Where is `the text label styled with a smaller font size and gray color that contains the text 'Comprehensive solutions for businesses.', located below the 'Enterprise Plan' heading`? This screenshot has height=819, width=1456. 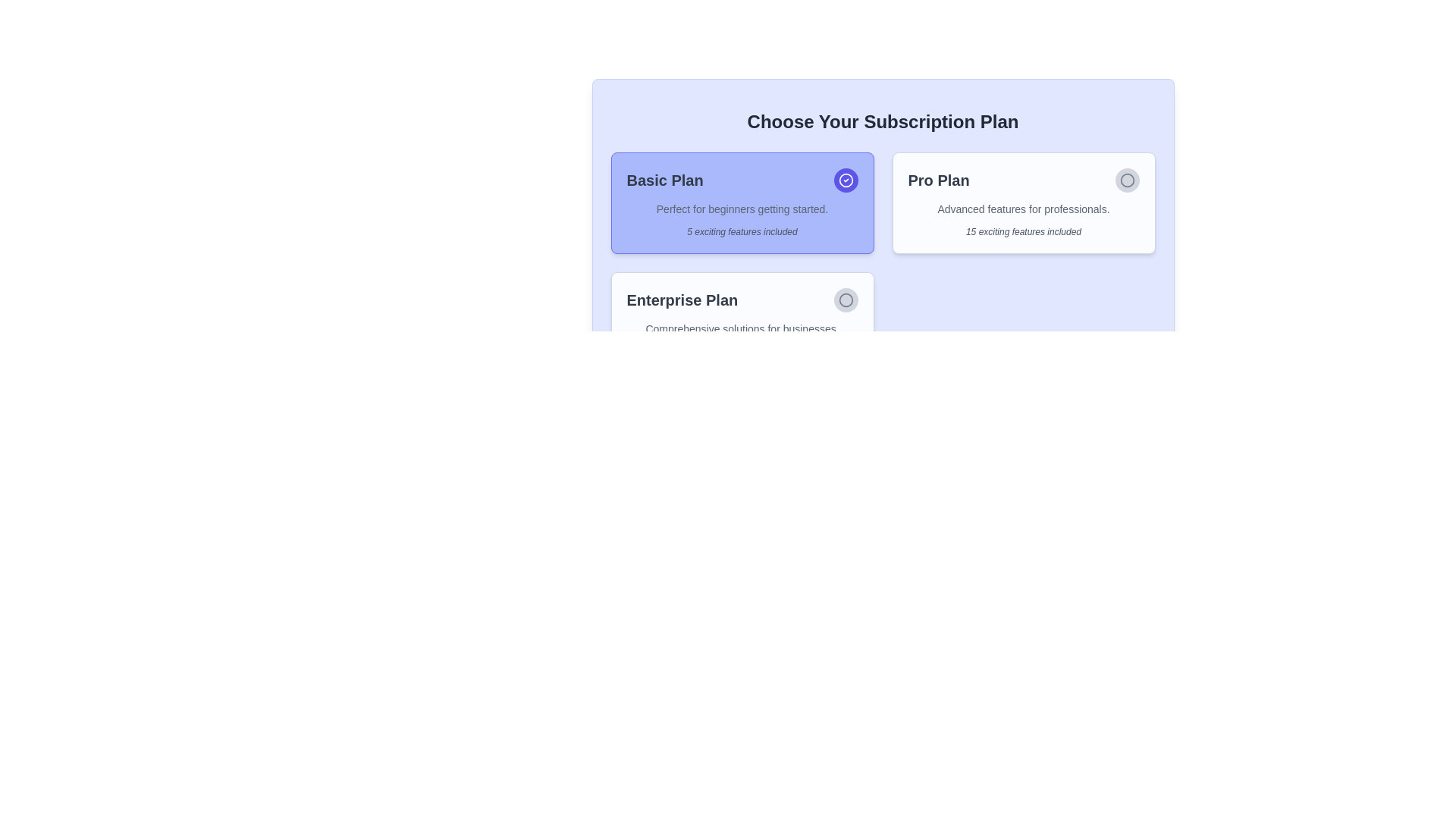
the text label styled with a smaller font size and gray color that contains the text 'Comprehensive solutions for businesses.', located below the 'Enterprise Plan' heading is located at coordinates (742, 328).